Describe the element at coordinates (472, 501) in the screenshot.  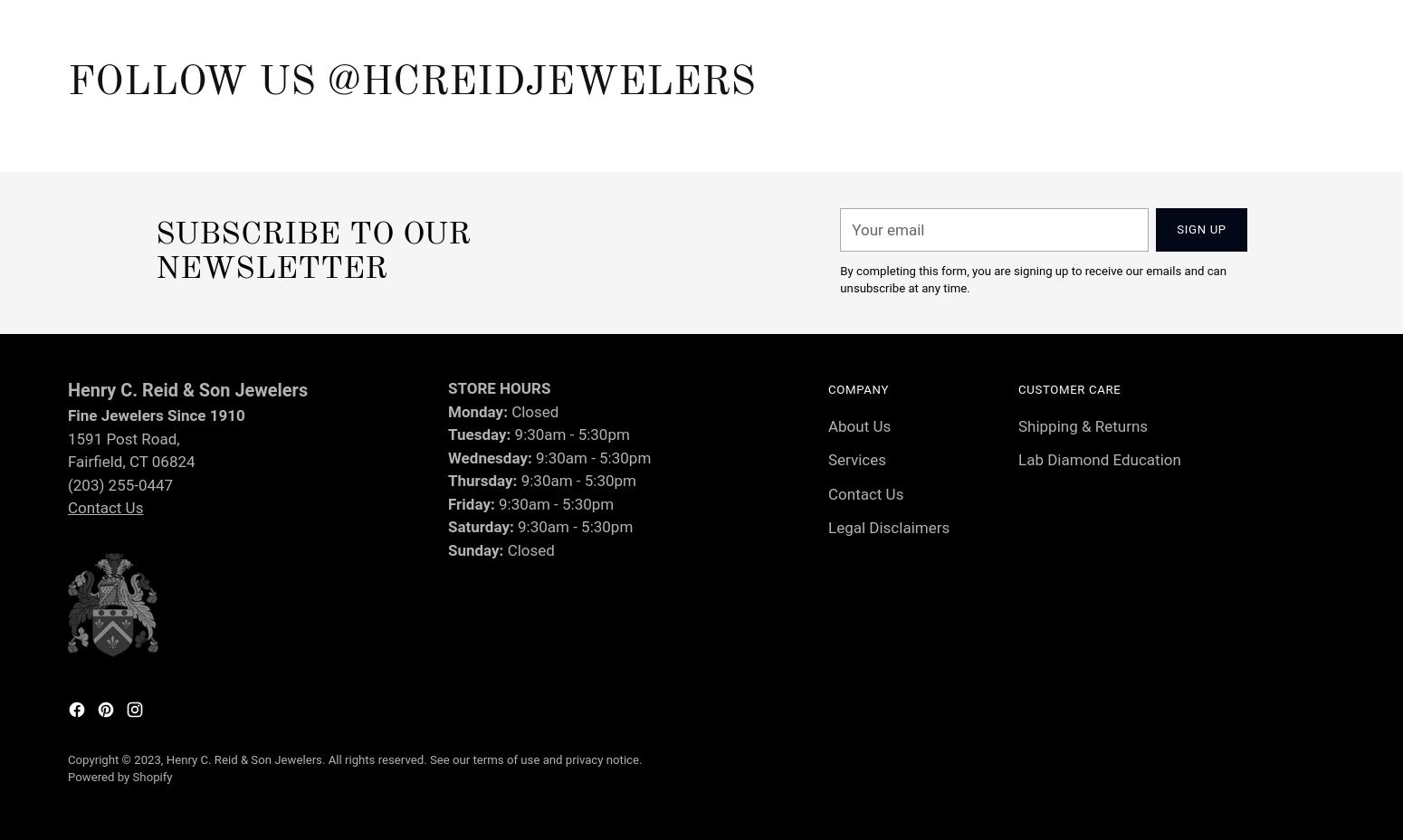
I see `'Friday:'` at that location.